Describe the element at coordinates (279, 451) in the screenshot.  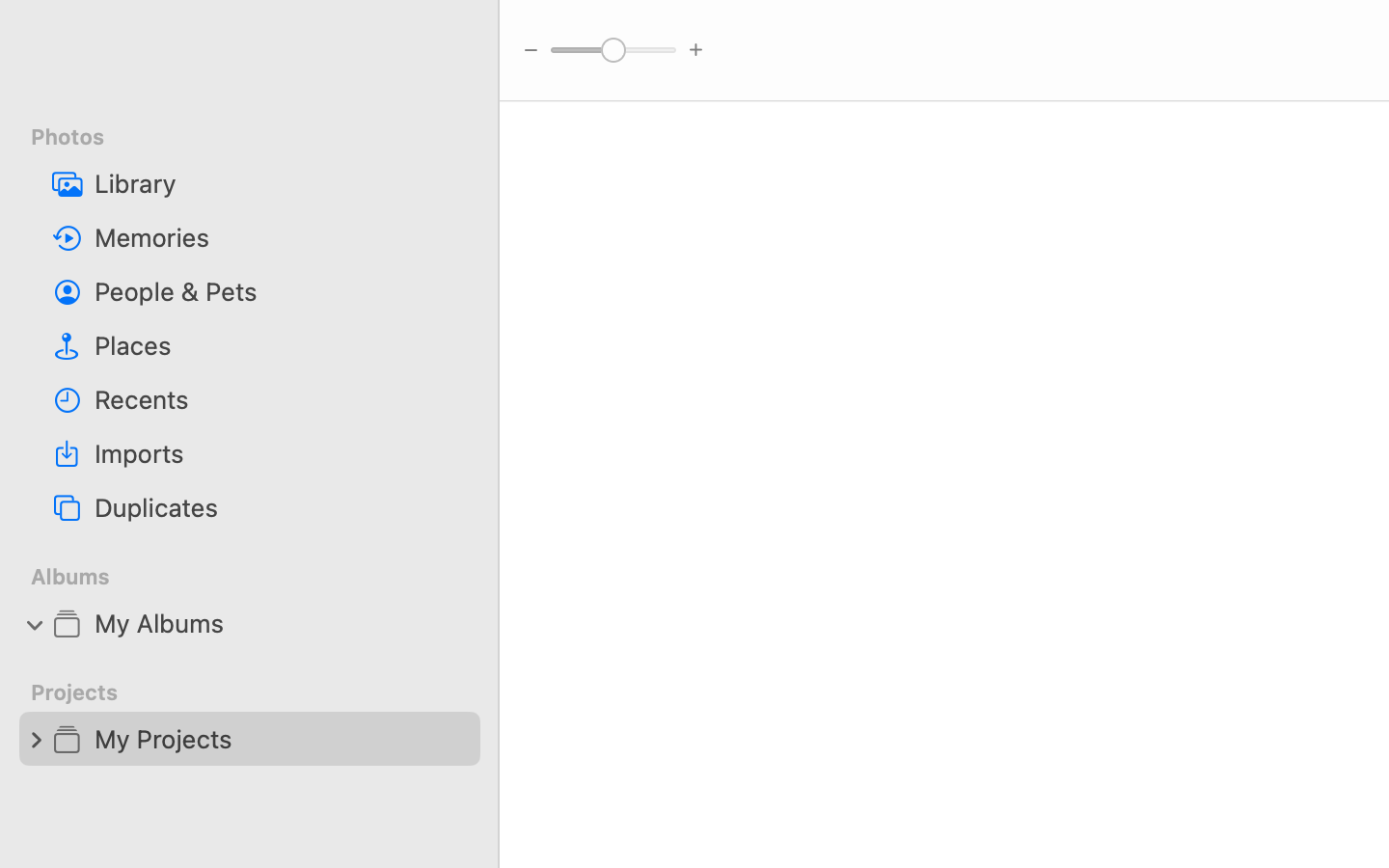
I see `'Imports'` at that location.